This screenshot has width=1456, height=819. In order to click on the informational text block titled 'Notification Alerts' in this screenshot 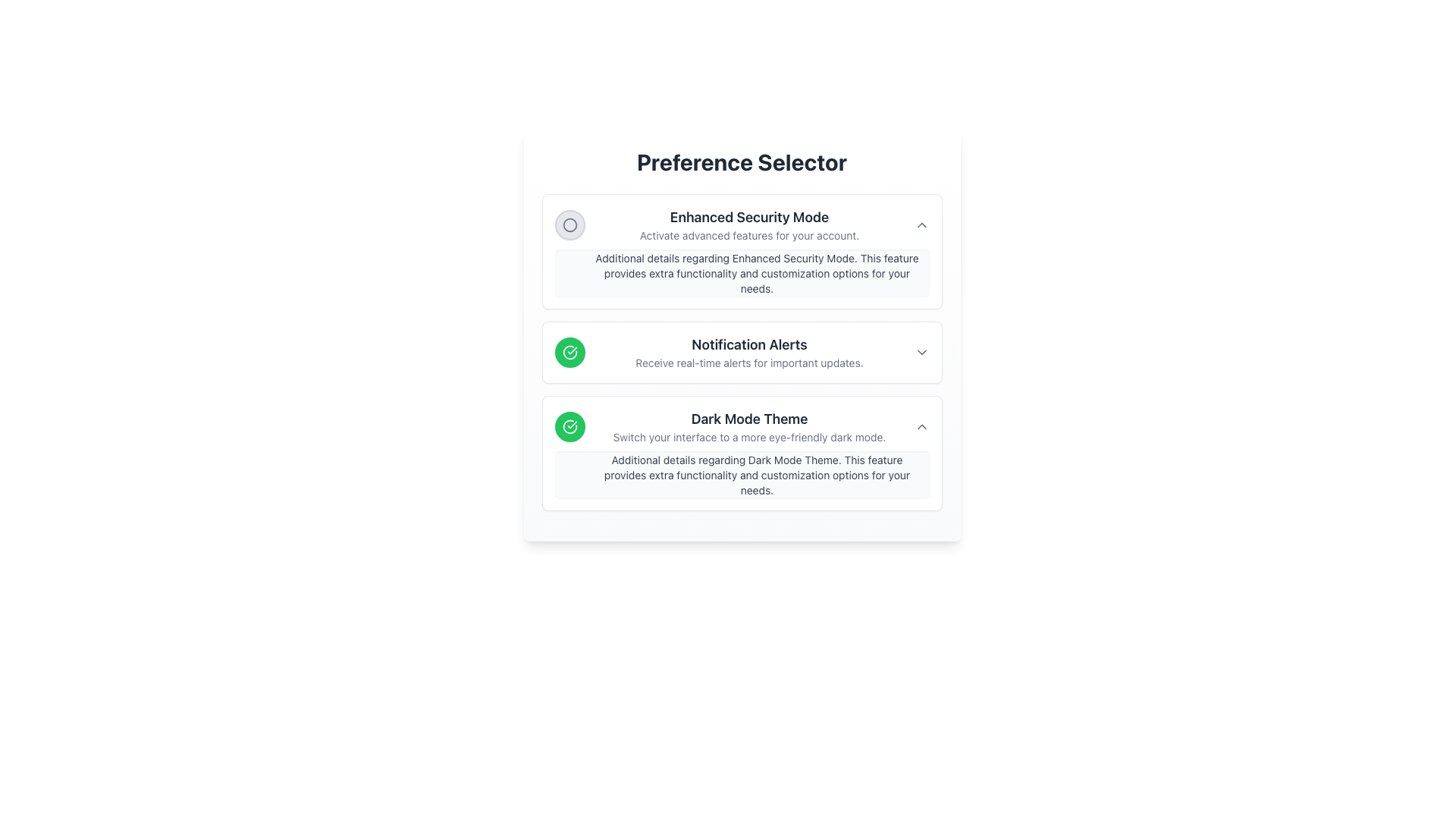, I will do `click(749, 353)`.